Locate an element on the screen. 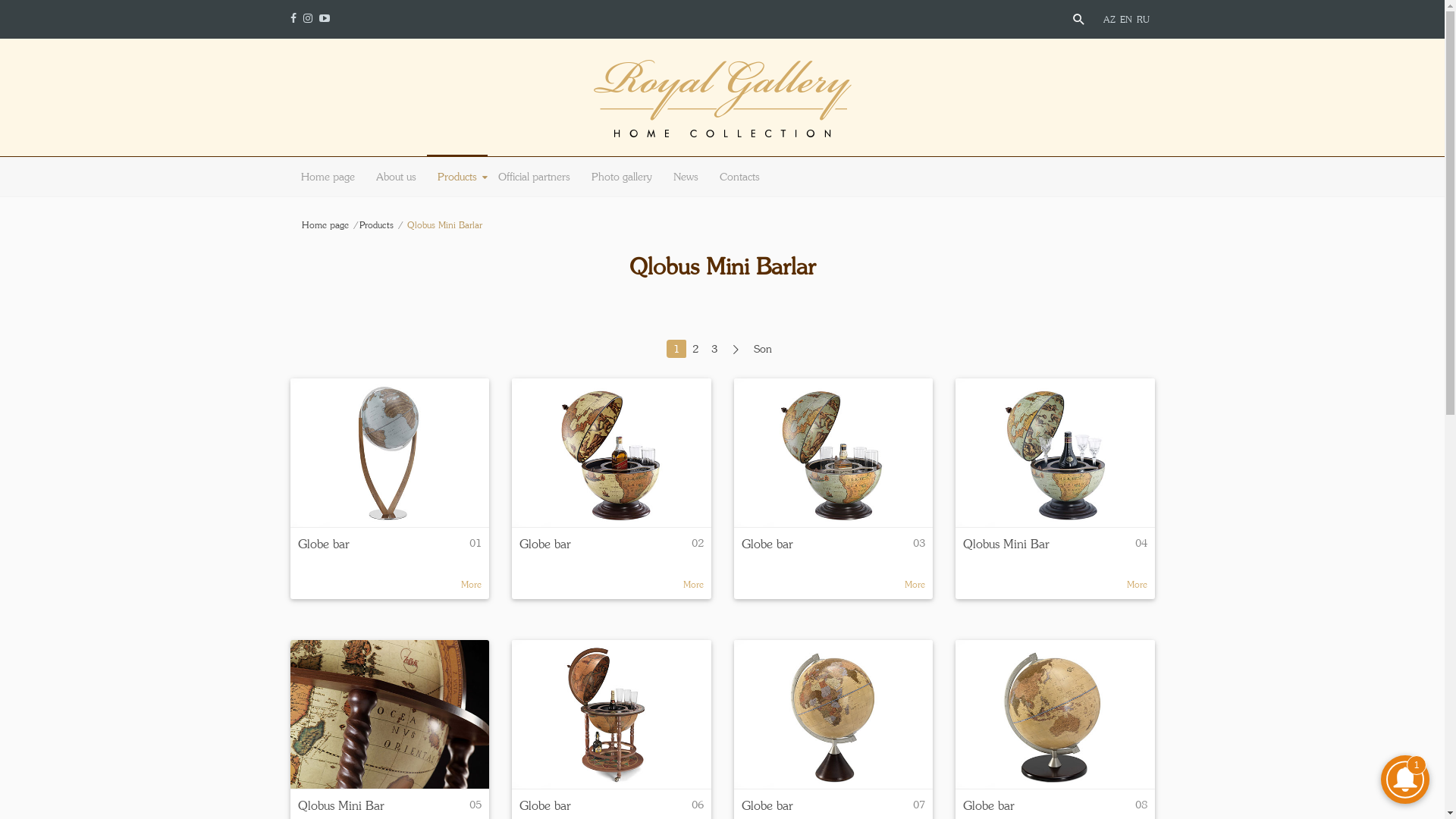  '3' is located at coordinates (712, 348).